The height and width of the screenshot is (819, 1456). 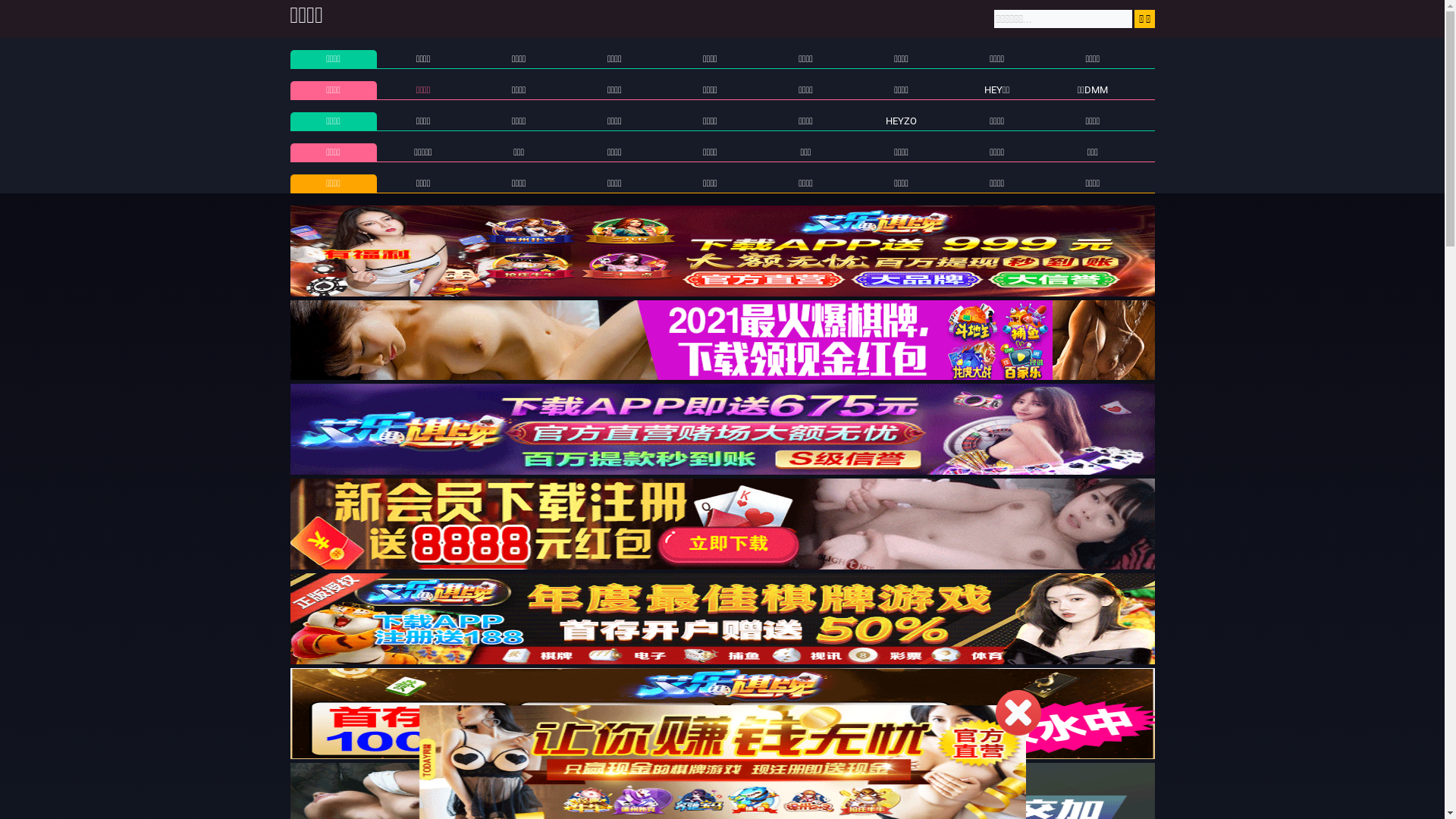 What do you see at coordinates (901, 120) in the screenshot?
I see `'HEYZO'` at bounding box center [901, 120].